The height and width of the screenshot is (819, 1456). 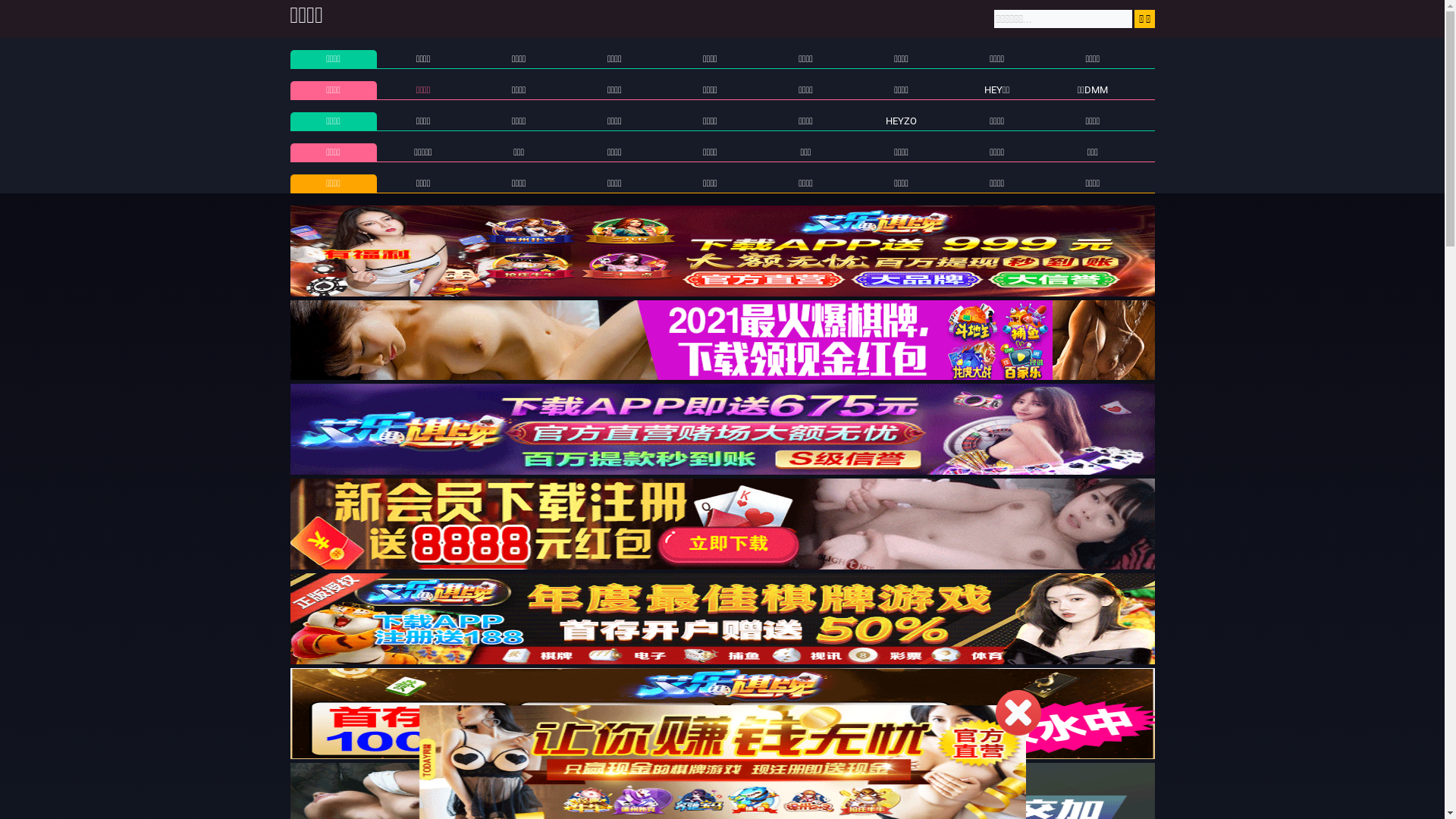 What do you see at coordinates (901, 120) in the screenshot?
I see `'HEYZO'` at bounding box center [901, 120].